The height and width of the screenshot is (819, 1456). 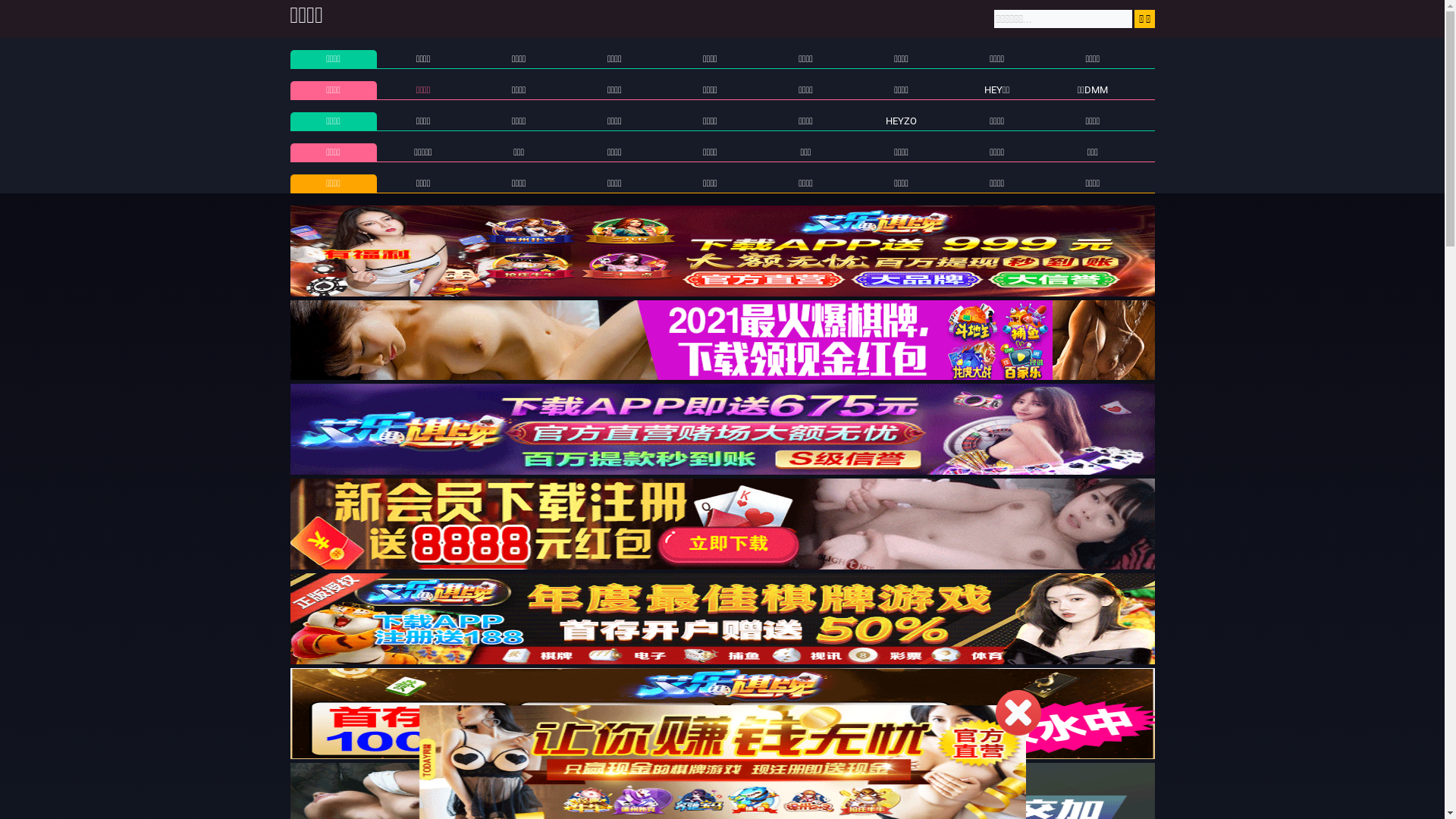 What do you see at coordinates (901, 120) in the screenshot?
I see `'HEYZO'` at bounding box center [901, 120].